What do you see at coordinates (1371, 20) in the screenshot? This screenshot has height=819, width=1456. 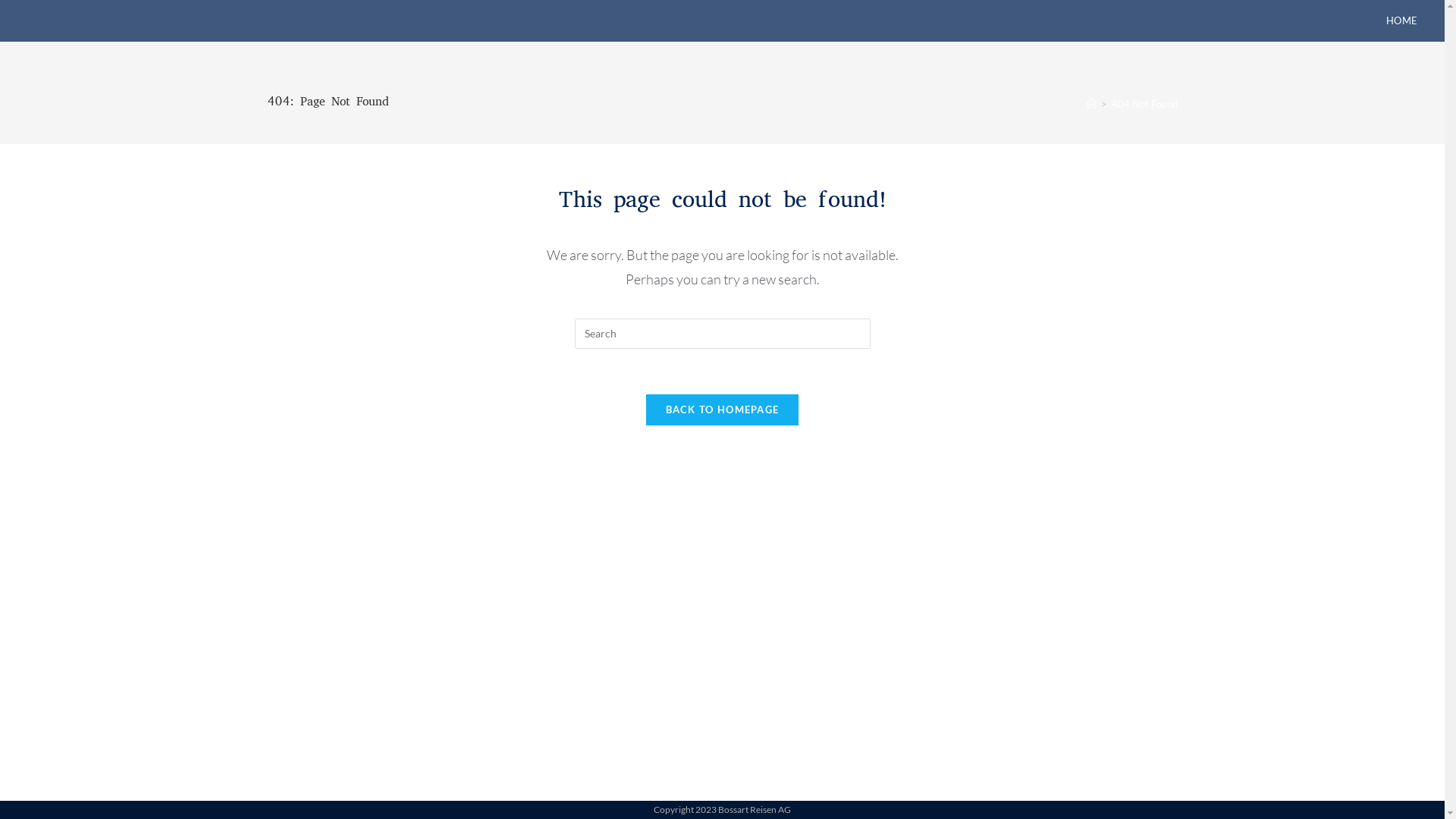 I see `'HOME'` at bounding box center [1371, 20].